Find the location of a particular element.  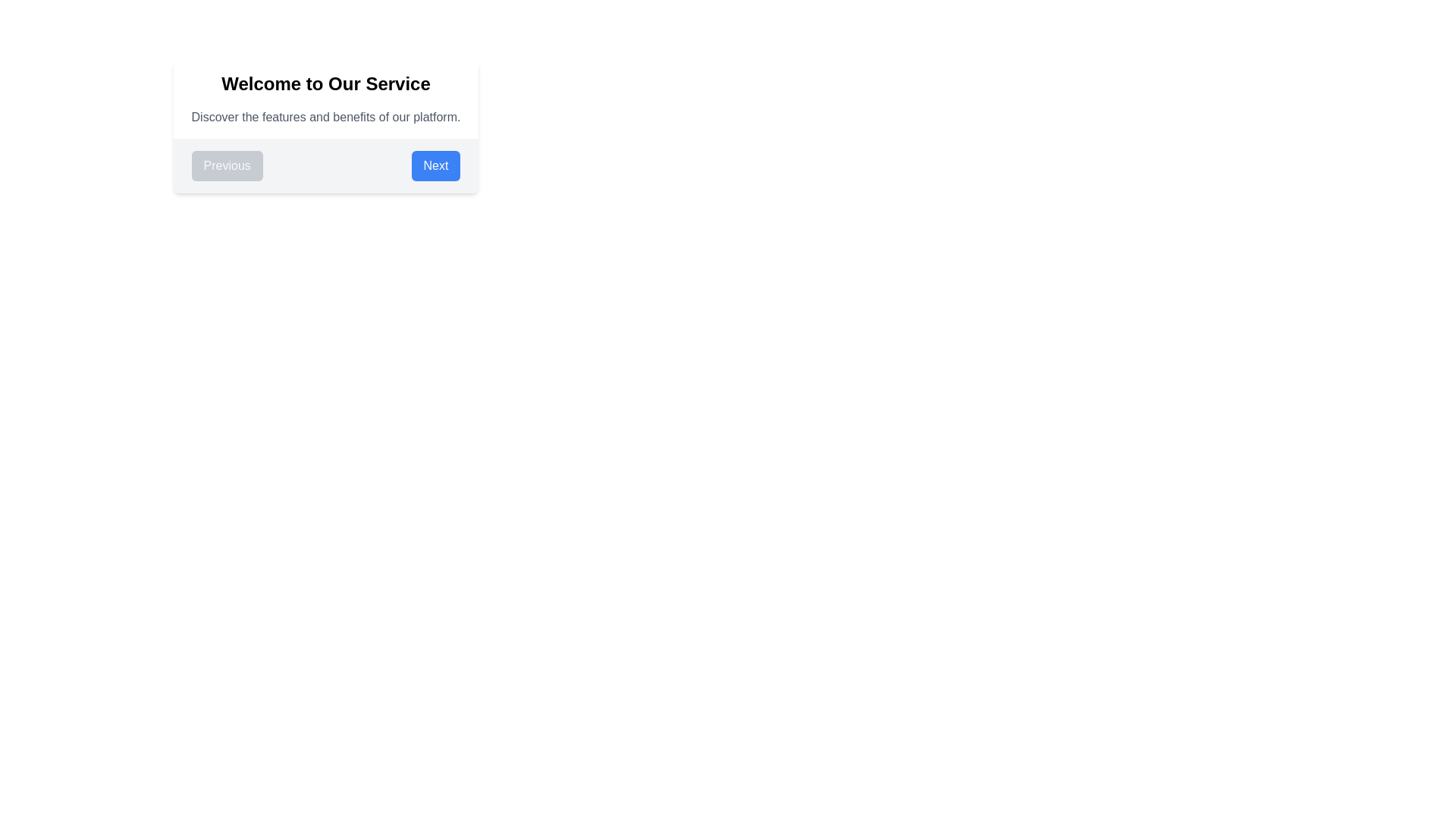

the Text Label that provides a descriptive subtitle or introductory message about the application's features, located immediately below the heading 'Welcome to Our Service' is located at coordinates (325, 116).